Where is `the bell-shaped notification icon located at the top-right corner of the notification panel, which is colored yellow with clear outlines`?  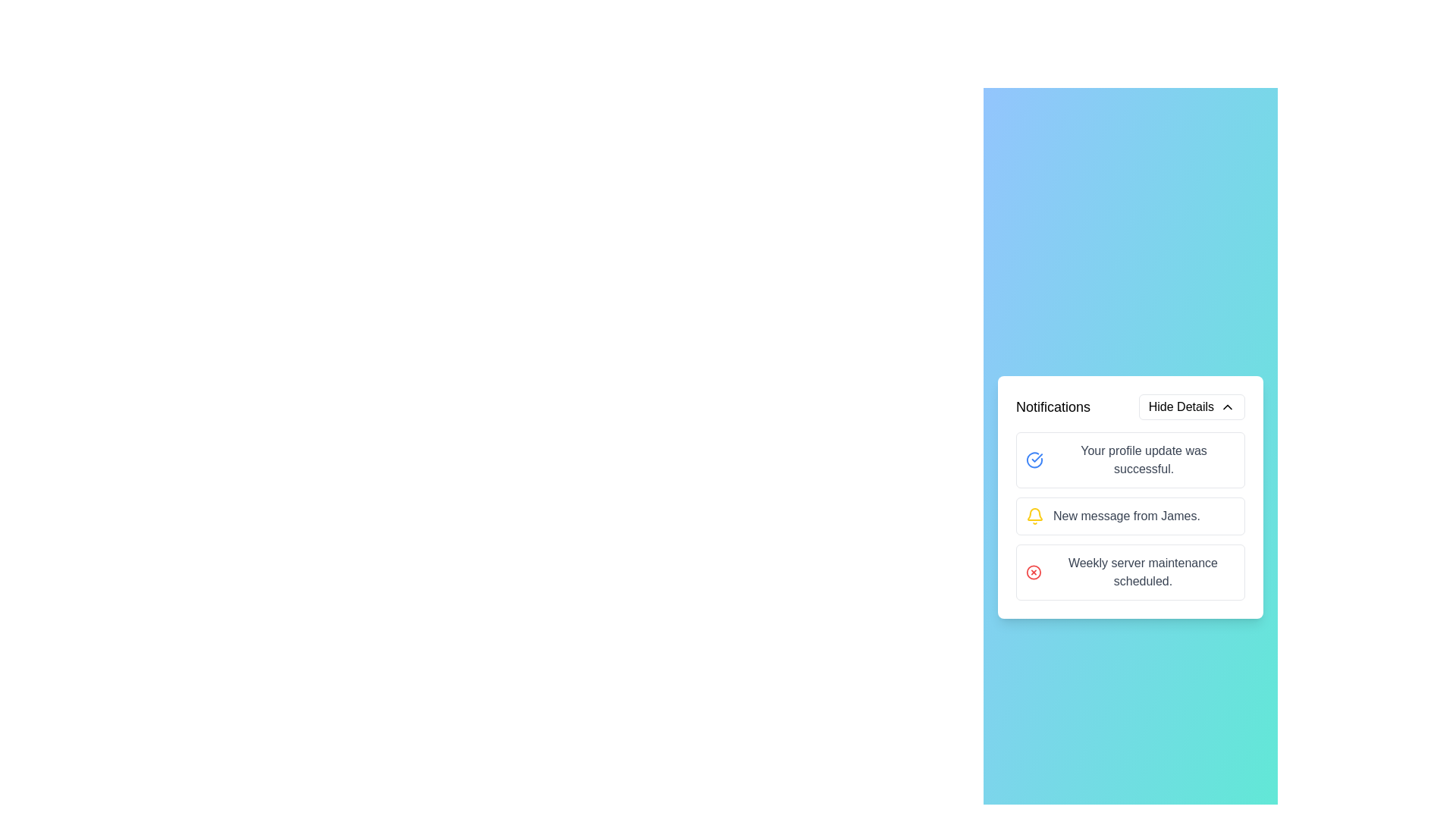
the bell-shaped notification icon located at the top-right corner of the notification panel, which is colored yellow with clear outlines is located at coordinates (1034, 513).